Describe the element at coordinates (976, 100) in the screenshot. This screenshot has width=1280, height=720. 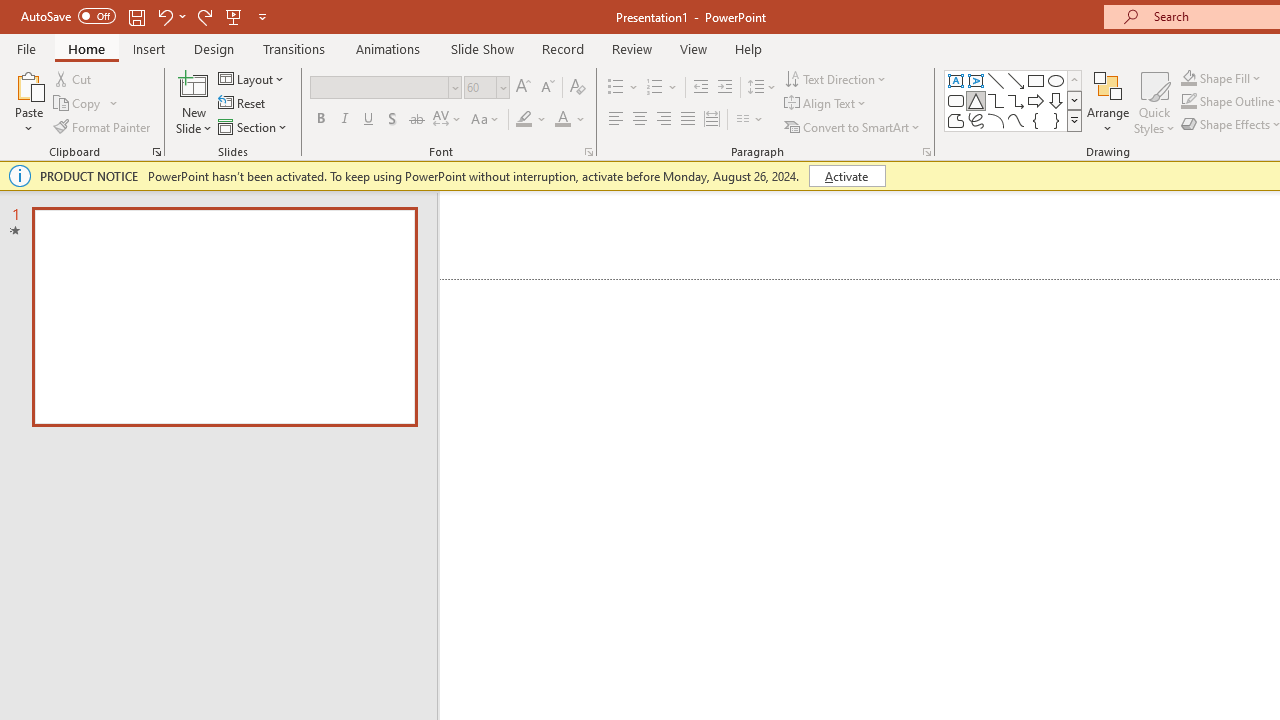
I see `'Isosceles Triangle'` at that location.